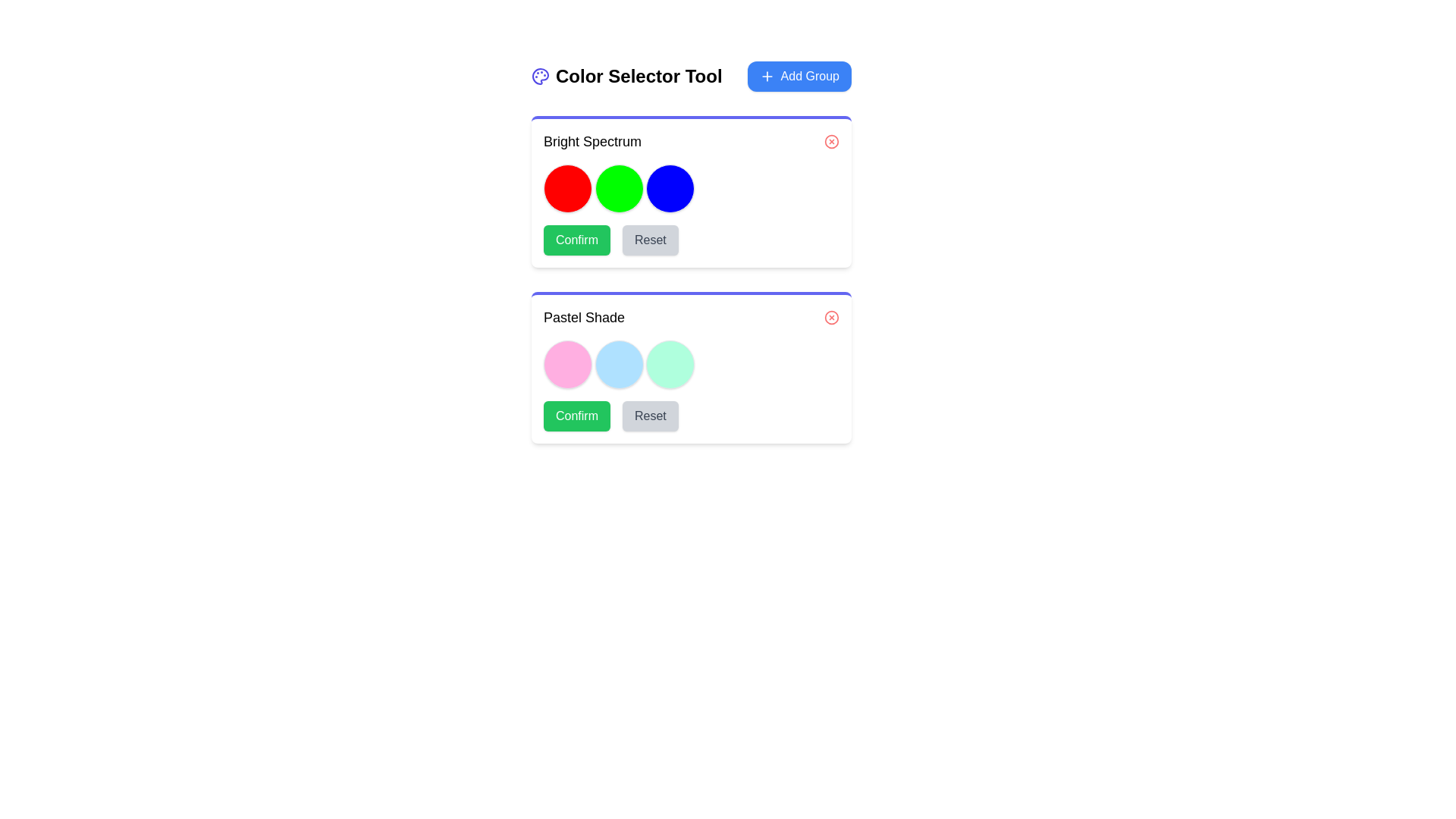 Image resolution: width=1456 pixels, height=819 pixels. I want to click on the green 'Confirm' button with white text, which is the leftmost button in the 'Pastel Shade' button group, to confirm the selection, so click(576, 416).